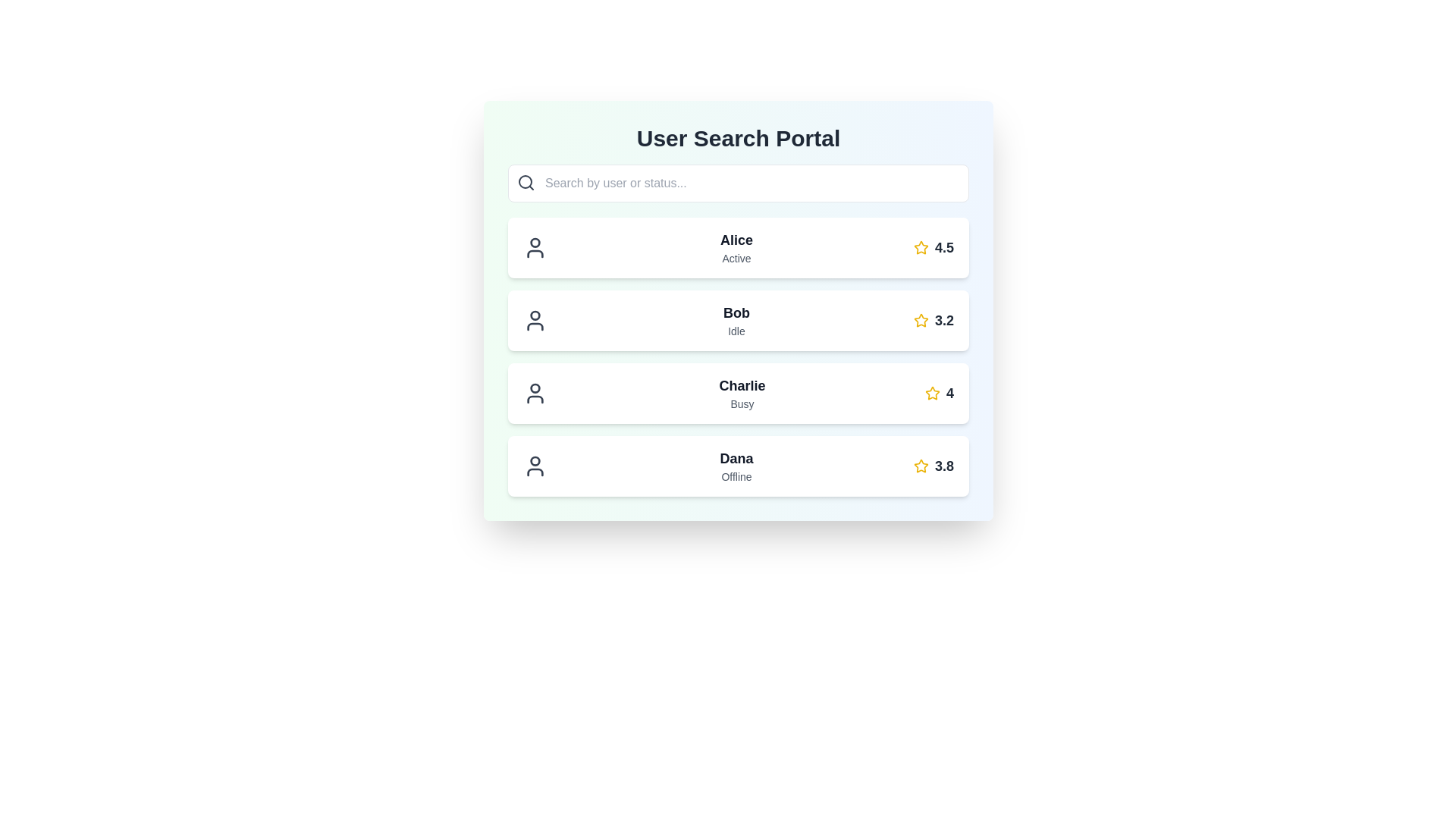  Describe the element at coordinates (736, 465) in the screenshot. I see `displayed text from the text block element showing the username 'Dana' and status 'Offline', located in the fourth row of the user list` at that location.